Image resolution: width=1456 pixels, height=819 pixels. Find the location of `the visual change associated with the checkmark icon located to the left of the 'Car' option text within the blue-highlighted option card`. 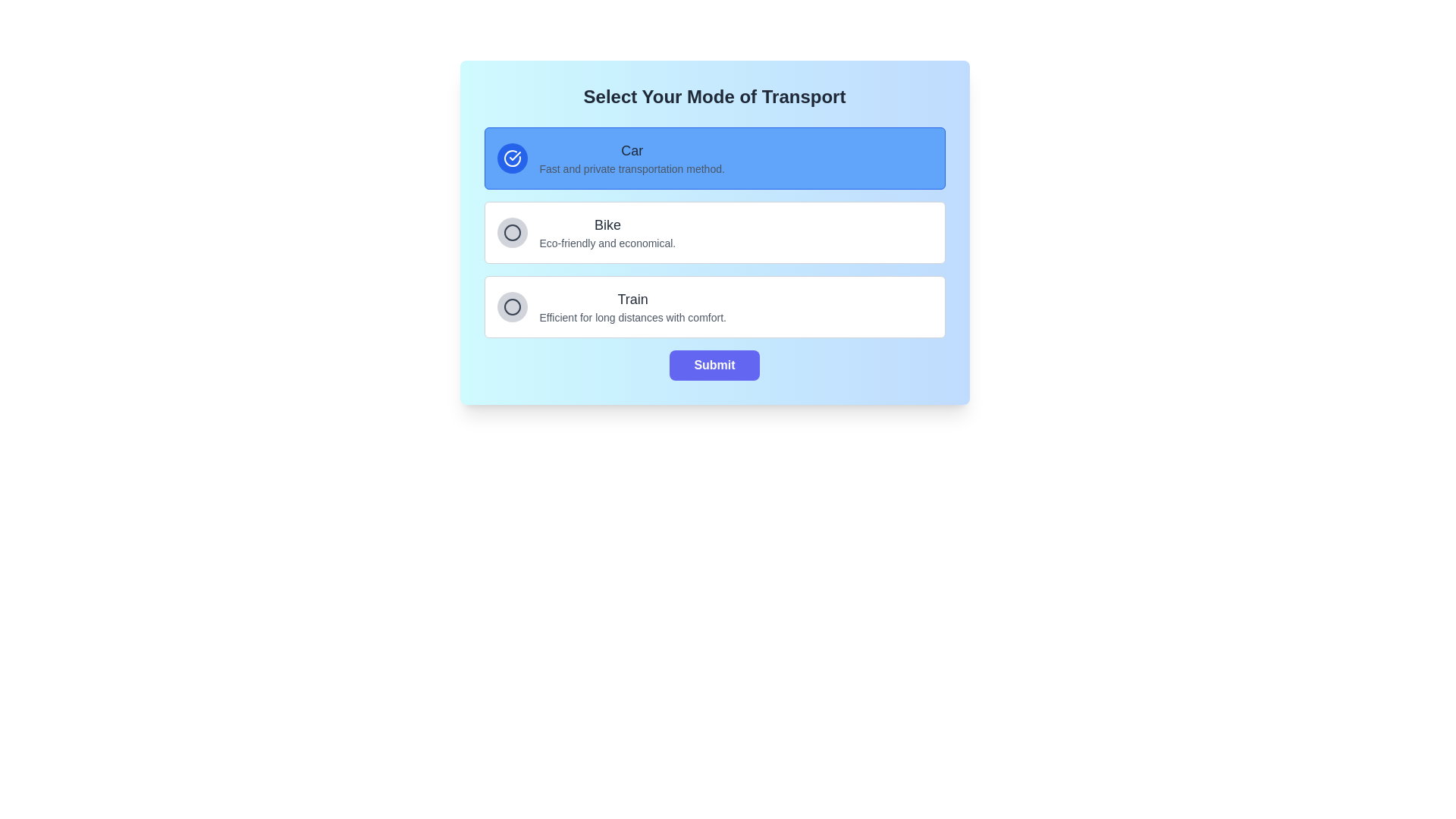

the visual change associated with the checkmark icon located to the left of the 'Car' option text within the blue-highlighted option card is located at coordinates (512, 158).